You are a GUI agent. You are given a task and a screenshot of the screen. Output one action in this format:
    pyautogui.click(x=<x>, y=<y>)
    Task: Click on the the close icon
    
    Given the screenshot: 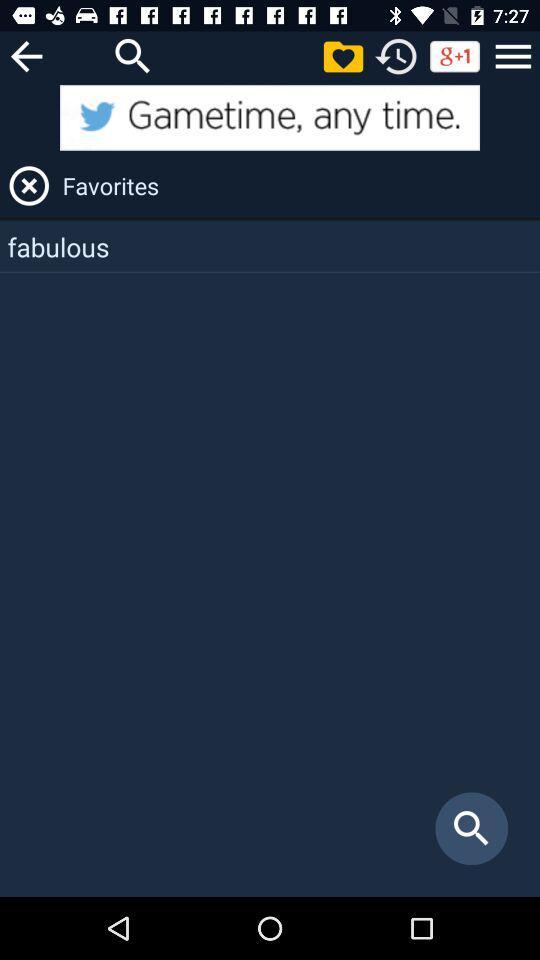 What is the action you would take?
    pyautogui.click(x=28, y=185)
    